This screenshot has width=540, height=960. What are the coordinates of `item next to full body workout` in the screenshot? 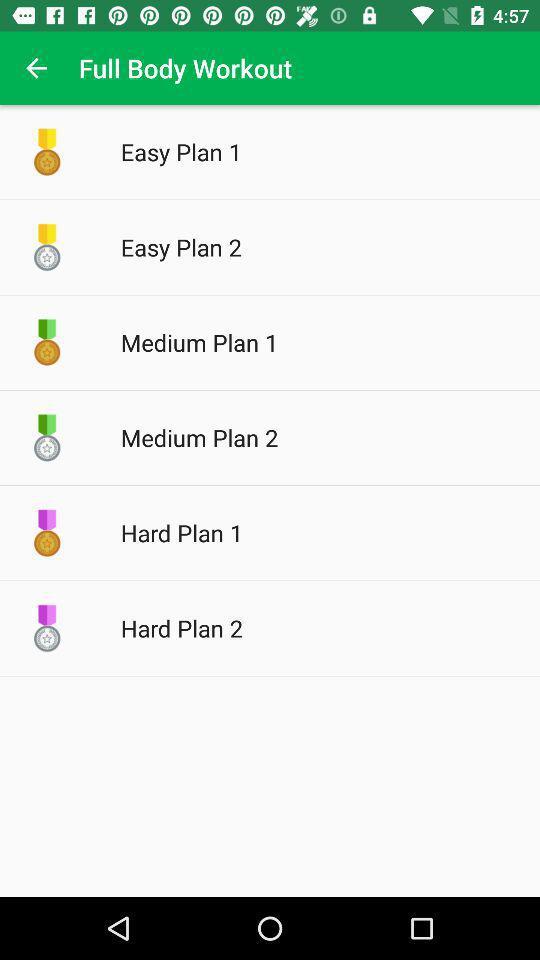 It's located at (36, 68).